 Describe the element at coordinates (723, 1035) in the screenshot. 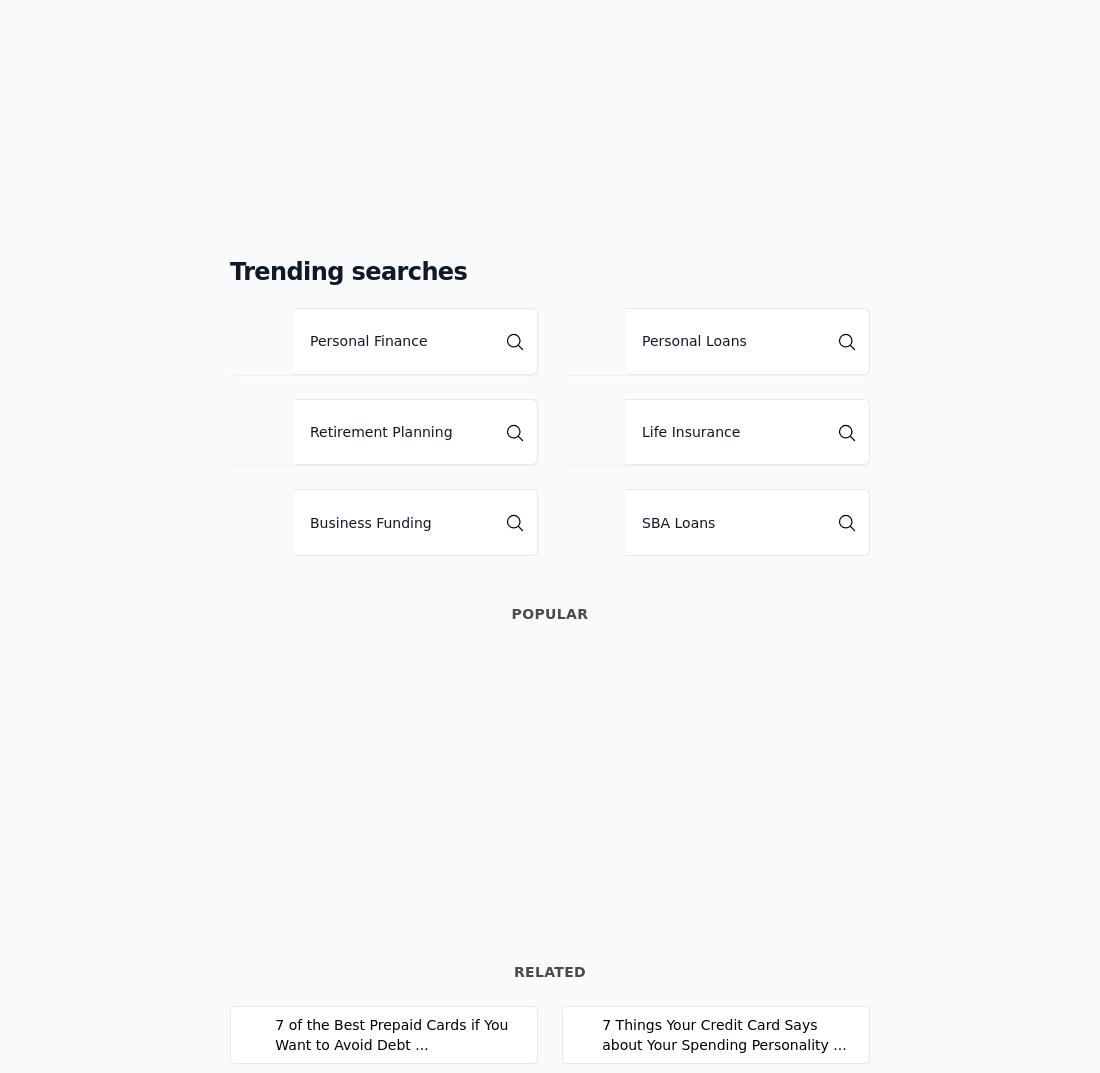

I see `'7 Things Your Credit Card Says about Your Spending Personality ...'` at that location.